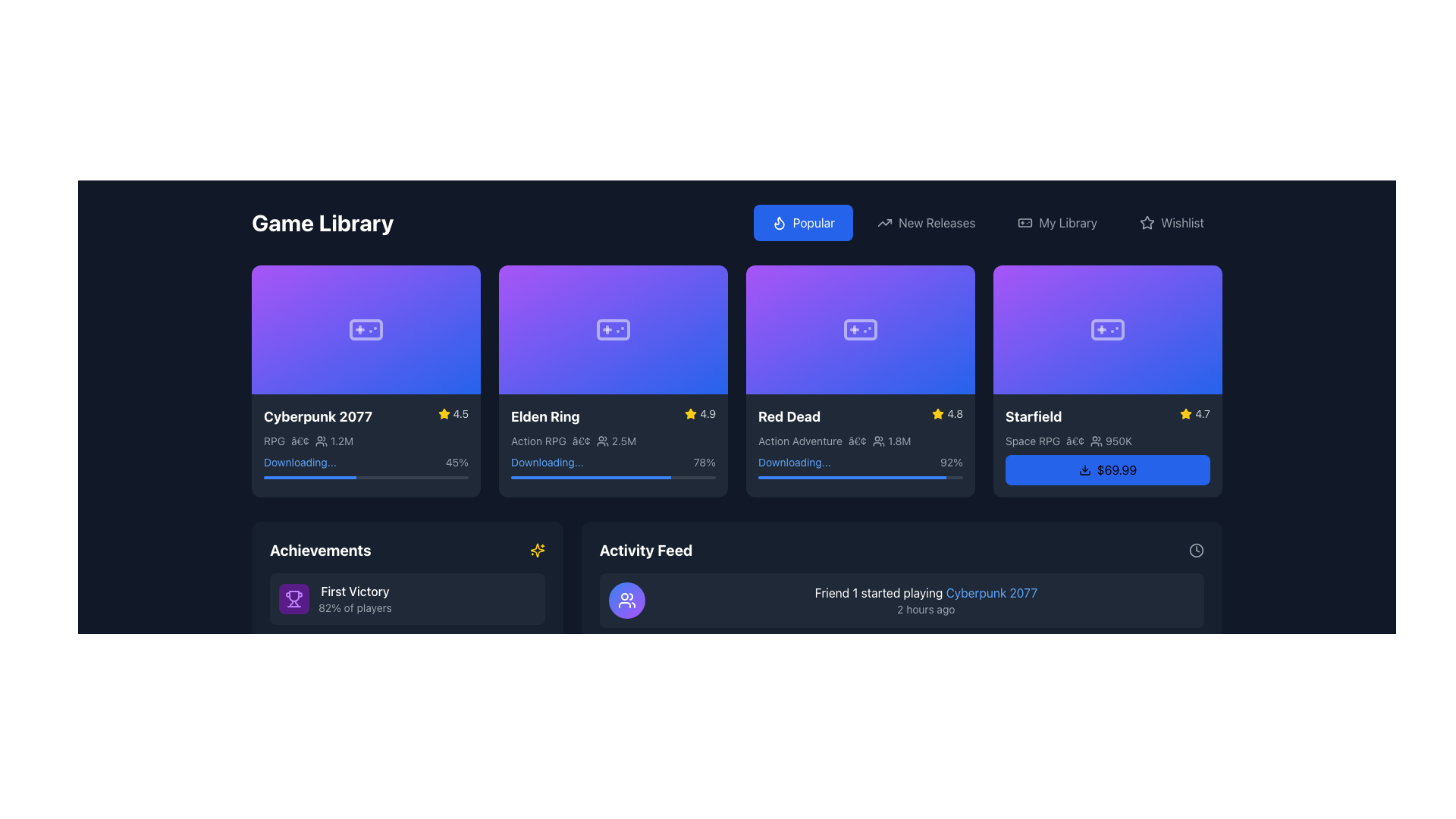 The width and height of the screenshot is (1456, 819). I want to click on the 'New Releases' text label located in the top bar of the interface, styled in light-gray text on a dark background, so click(936, 222).